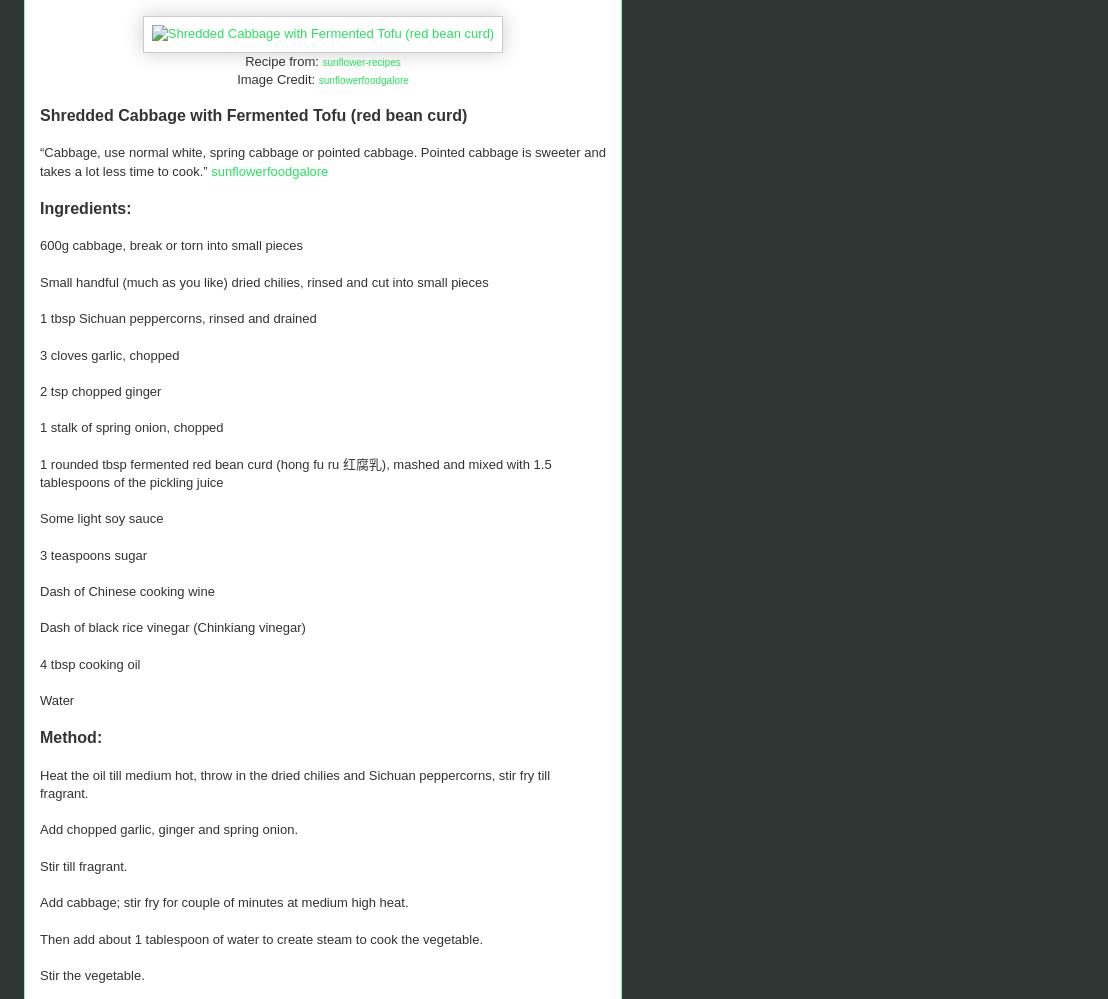  What do you see at coordinates (39, 389) in the screenshot?
I see `'2 tsp chopped ginger'` at bounding box center [39, 389].